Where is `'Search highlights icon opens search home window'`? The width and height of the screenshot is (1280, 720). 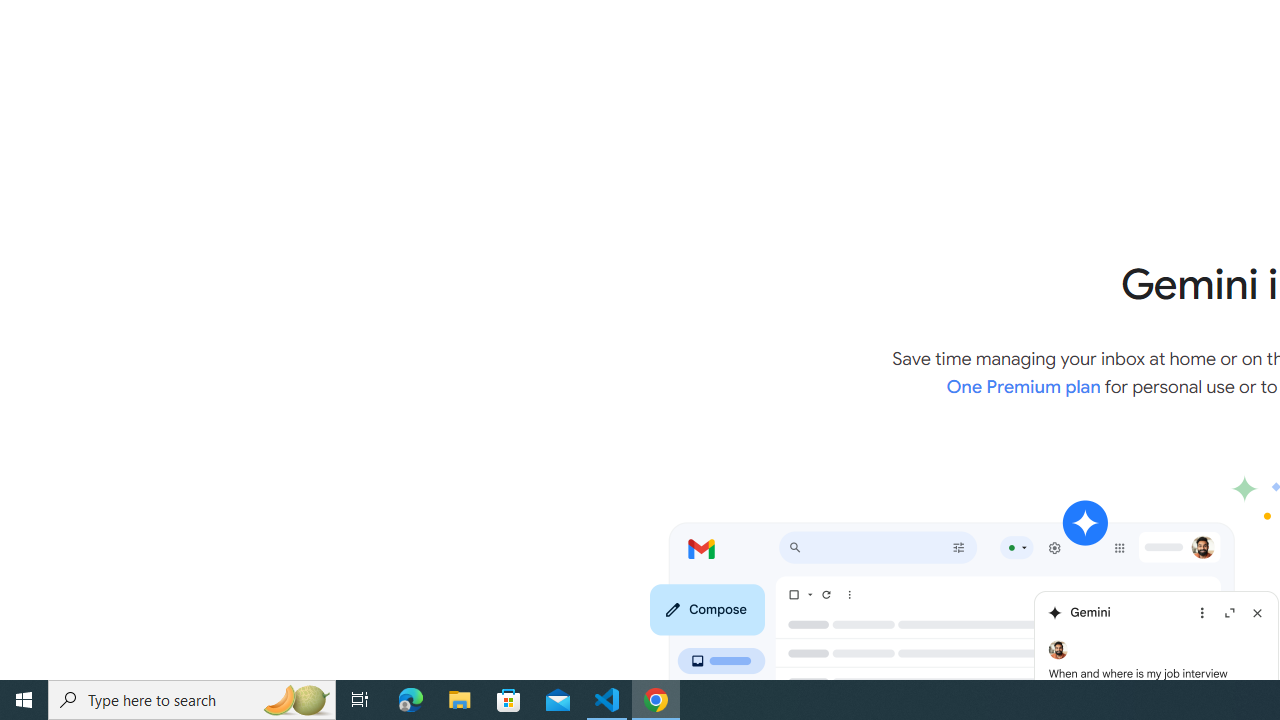
'Search highlights icon opens search home window' is located at coordinates (294, 698).